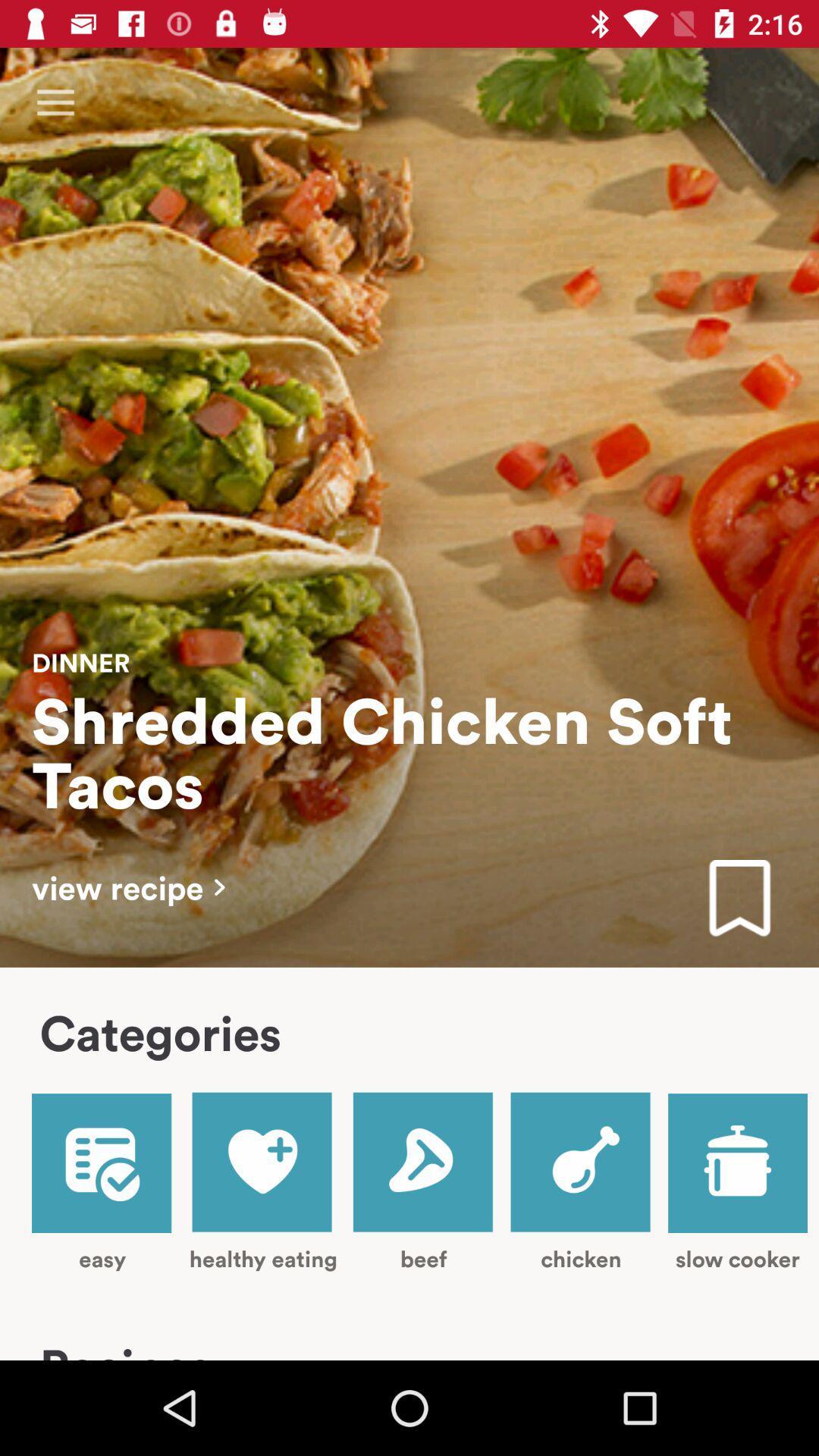  What do you see at coordinates (739, 899) in the screenshot?
I see `item on the right` at bounding box center [739, 899].